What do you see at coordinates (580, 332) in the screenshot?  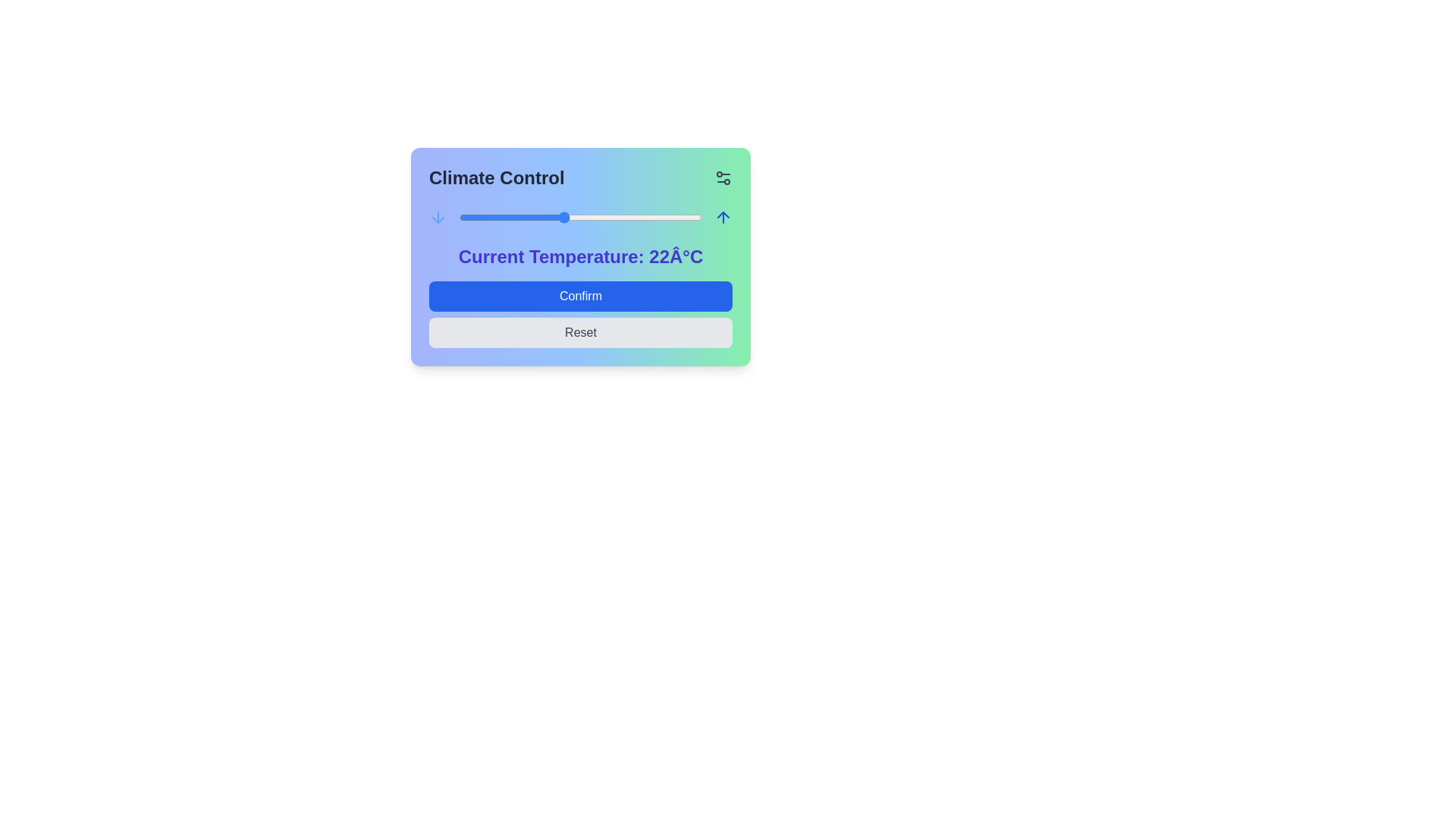 I see `Reset button to reset the climate control settings` at bounding box center [580, 332].